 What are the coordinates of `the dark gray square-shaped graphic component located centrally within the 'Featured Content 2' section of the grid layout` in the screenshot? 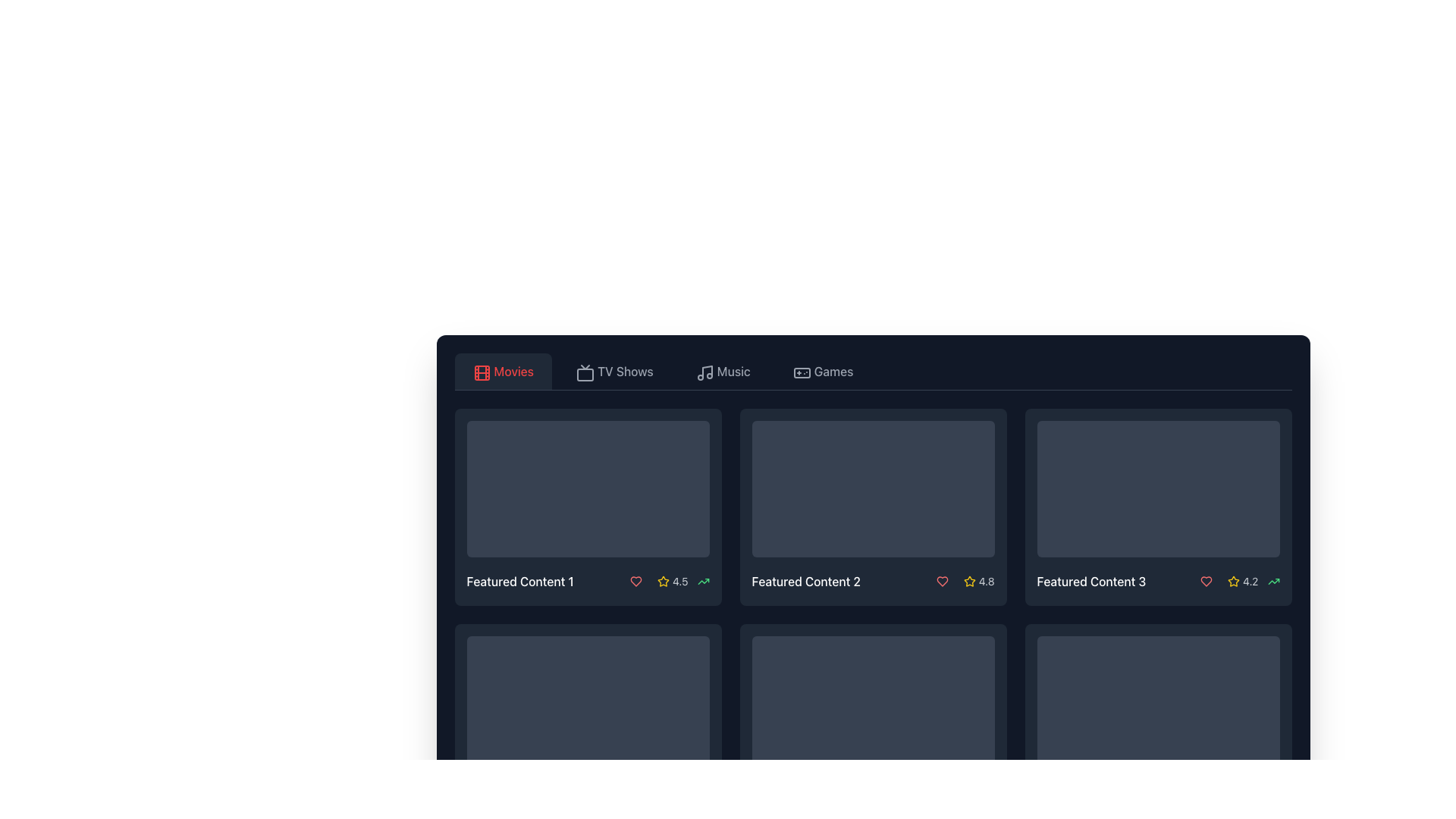 It's located at (873, 488).